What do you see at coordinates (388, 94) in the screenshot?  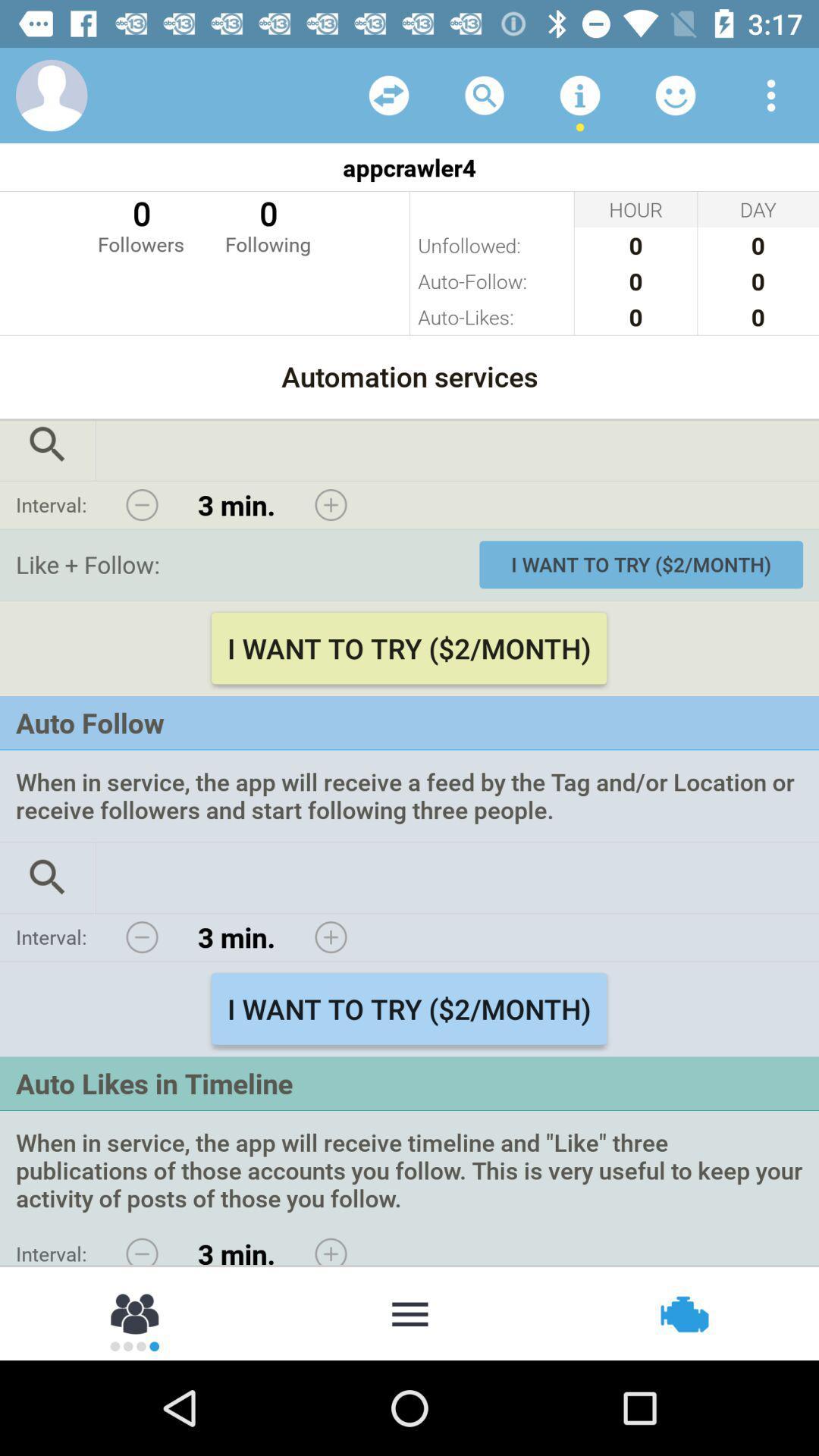 I see `choose random` at bounding box center [388, 94].